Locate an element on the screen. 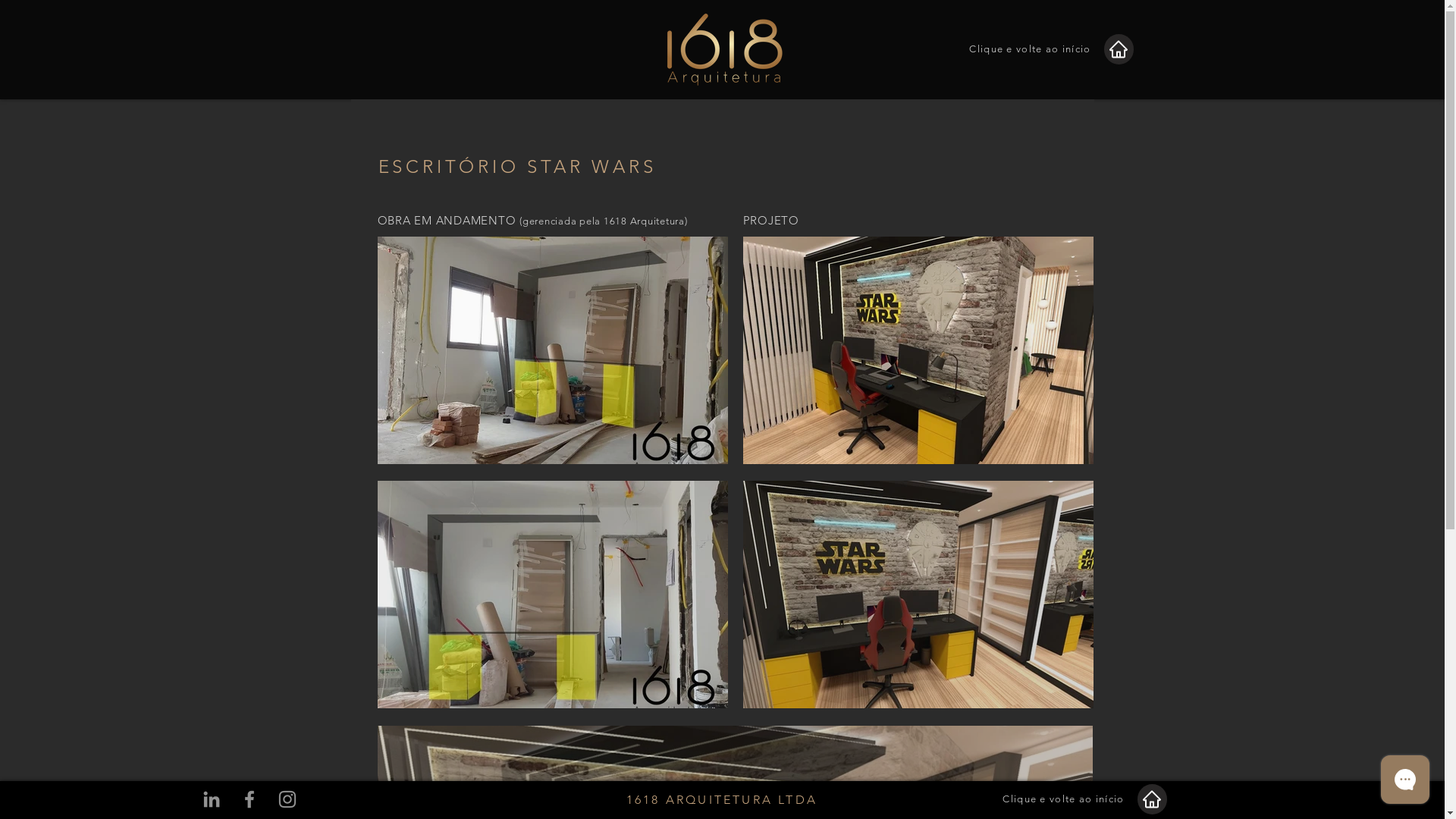  '1618 ARQUITETURA LTDA' is located at coordinates (720, 799).